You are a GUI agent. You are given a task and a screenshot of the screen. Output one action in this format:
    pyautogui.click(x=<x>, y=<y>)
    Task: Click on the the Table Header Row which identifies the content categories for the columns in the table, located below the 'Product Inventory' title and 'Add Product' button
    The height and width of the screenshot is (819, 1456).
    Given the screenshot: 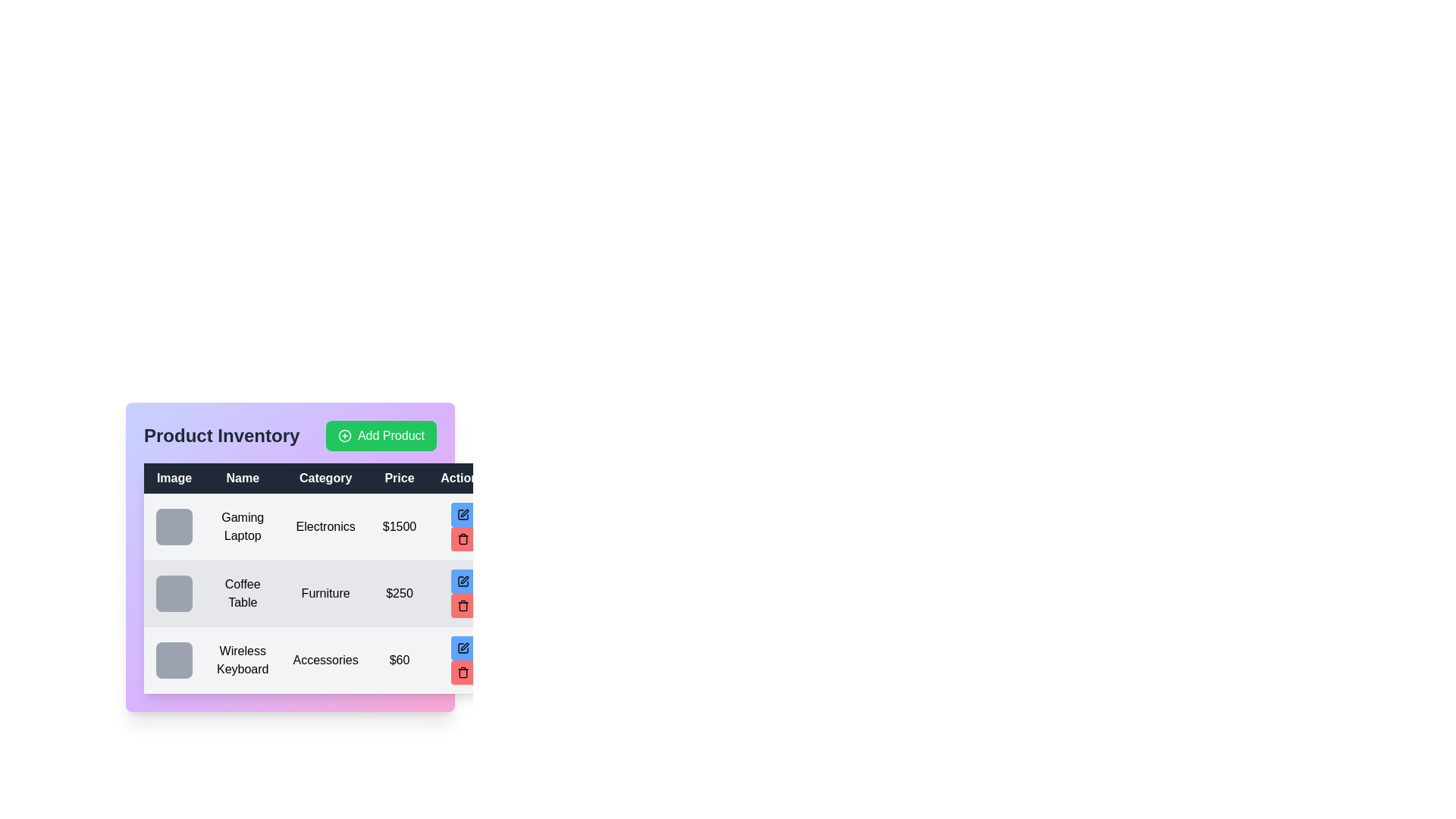 What is the action you would take?
    pyautogui.click(x=319, y=479)
    